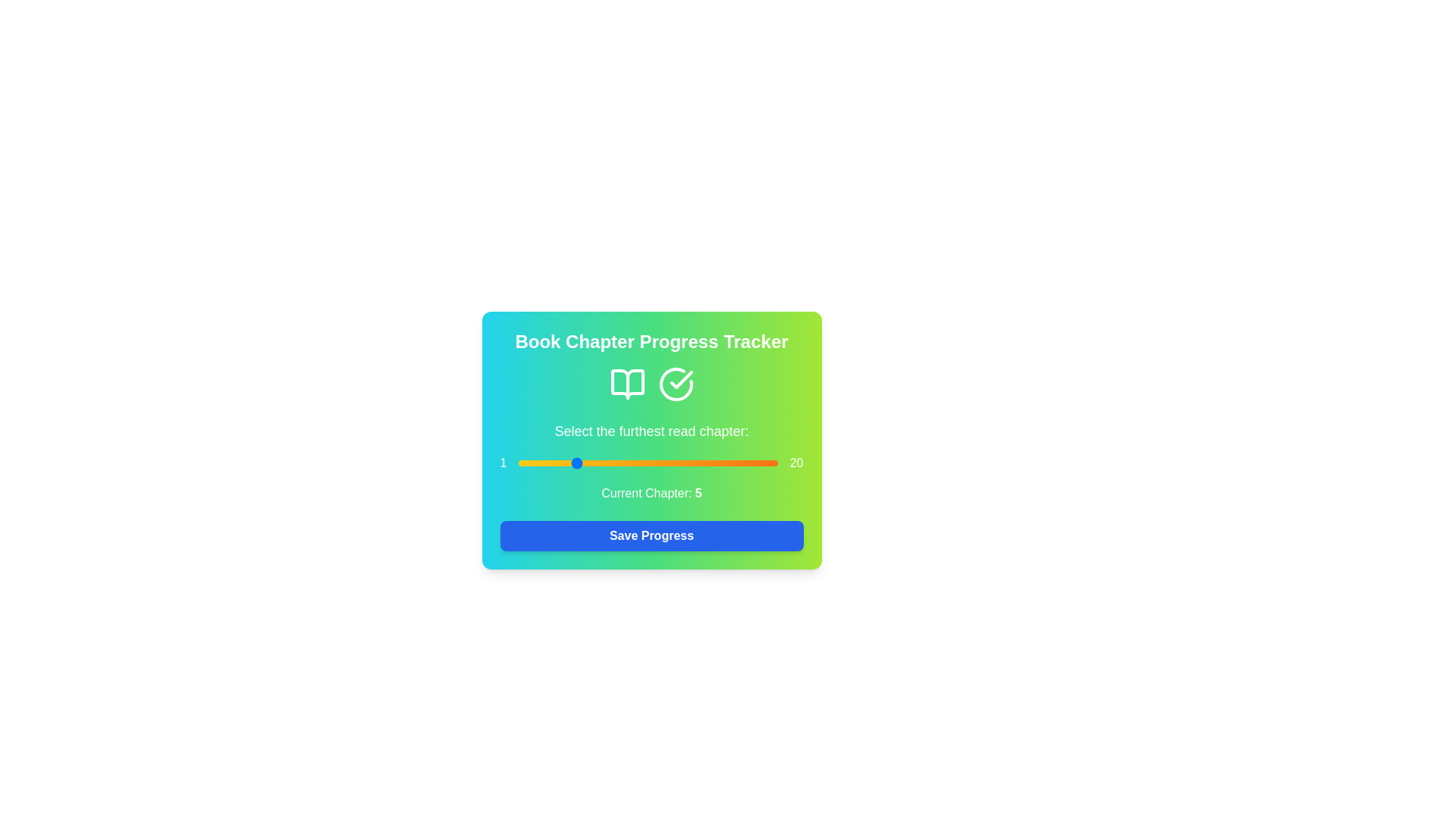 The width and height of the screenshot is (1456, 819). I want to click on the book icon to trigger visual feedback, so click(627, 383).